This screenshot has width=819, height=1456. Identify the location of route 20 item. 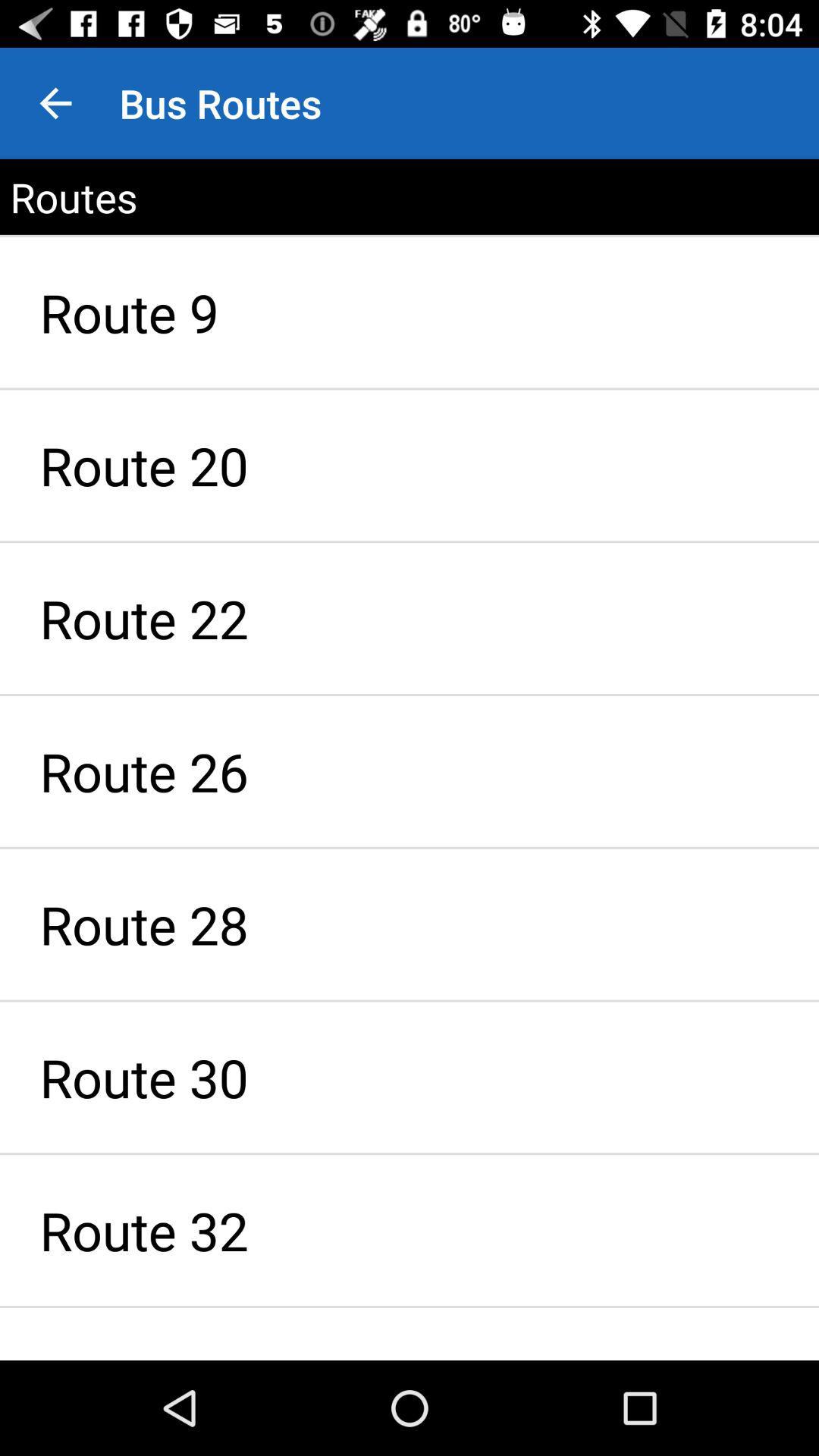
(409, 464).